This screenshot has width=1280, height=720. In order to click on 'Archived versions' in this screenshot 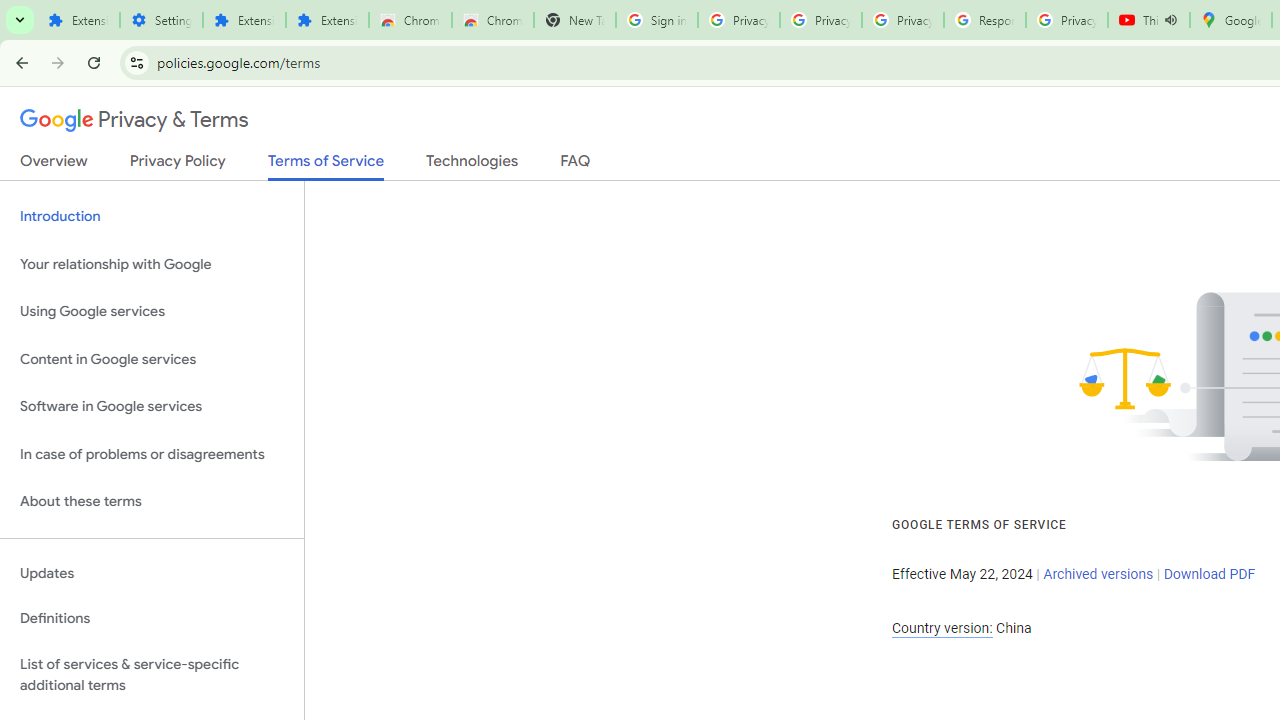, I will do `click(1097, 574)`.